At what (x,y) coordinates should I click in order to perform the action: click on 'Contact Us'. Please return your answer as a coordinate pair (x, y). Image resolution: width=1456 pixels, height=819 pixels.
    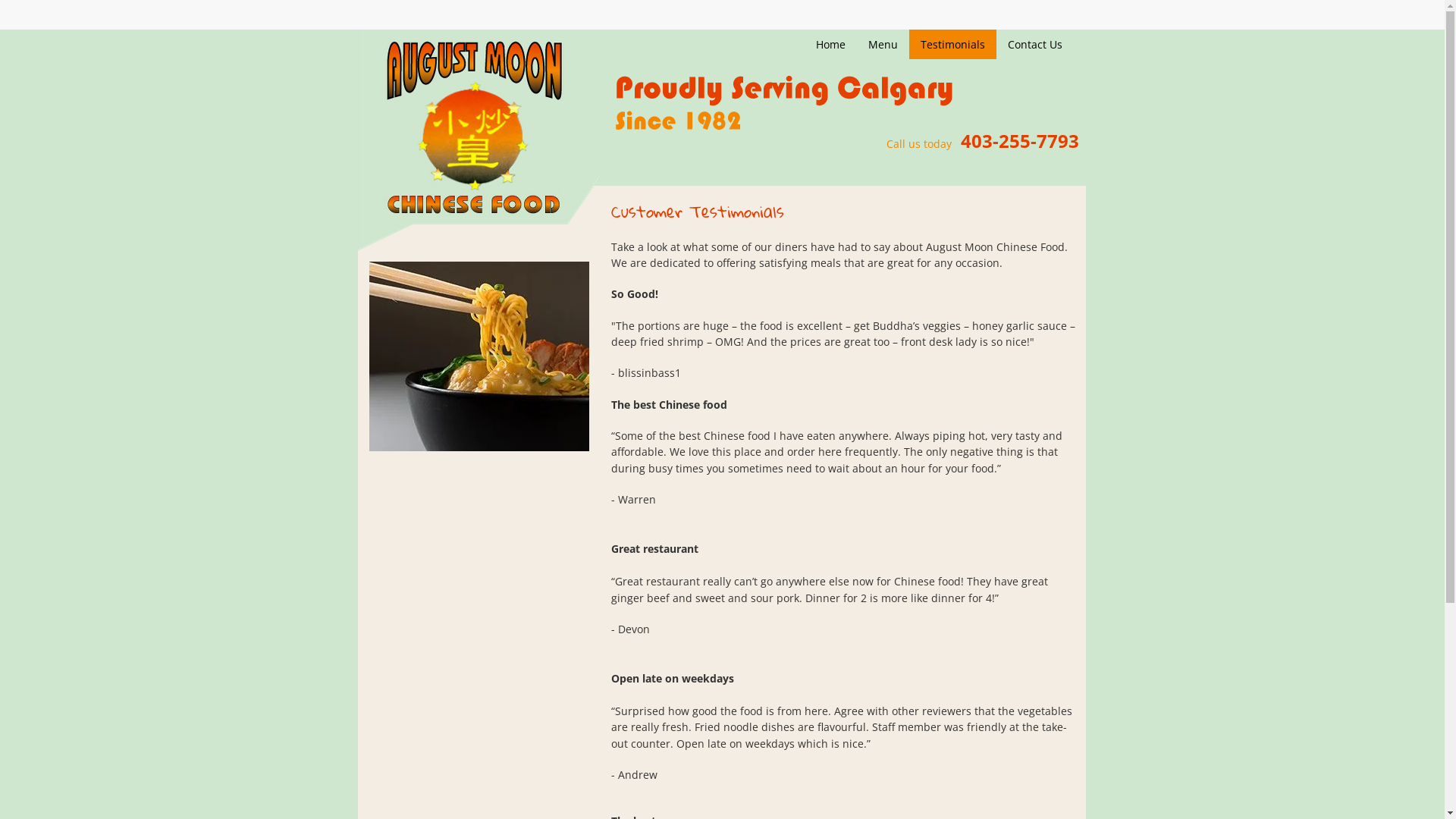
    Looking at the image, I should click on (1034, 43).